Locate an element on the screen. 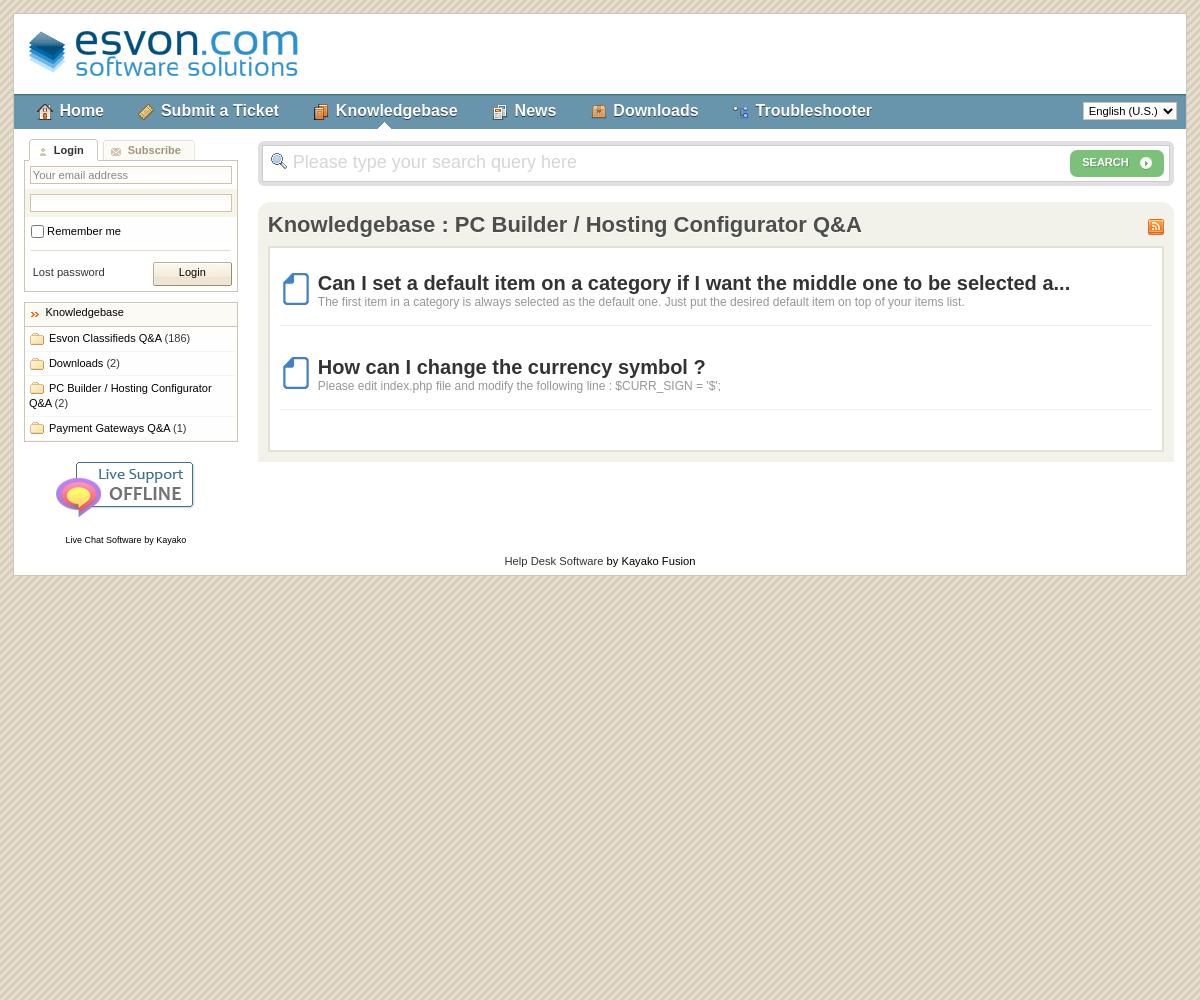  'Esvon Classifieds Q&A' is located at coordinates (105, 337).